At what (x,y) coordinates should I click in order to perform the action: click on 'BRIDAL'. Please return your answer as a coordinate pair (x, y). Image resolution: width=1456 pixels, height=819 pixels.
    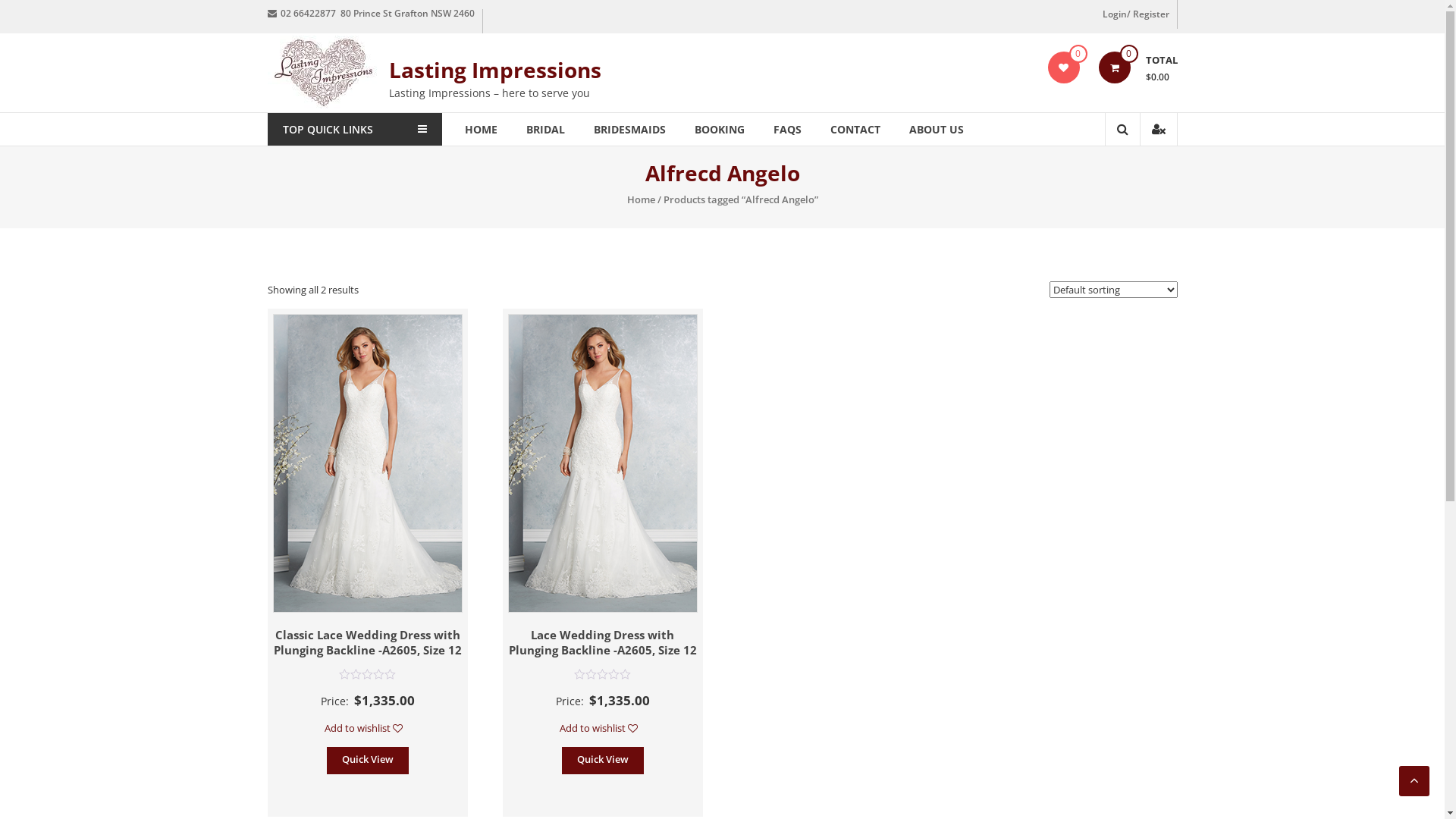
    Looking at the image, I should click on (526, 128).